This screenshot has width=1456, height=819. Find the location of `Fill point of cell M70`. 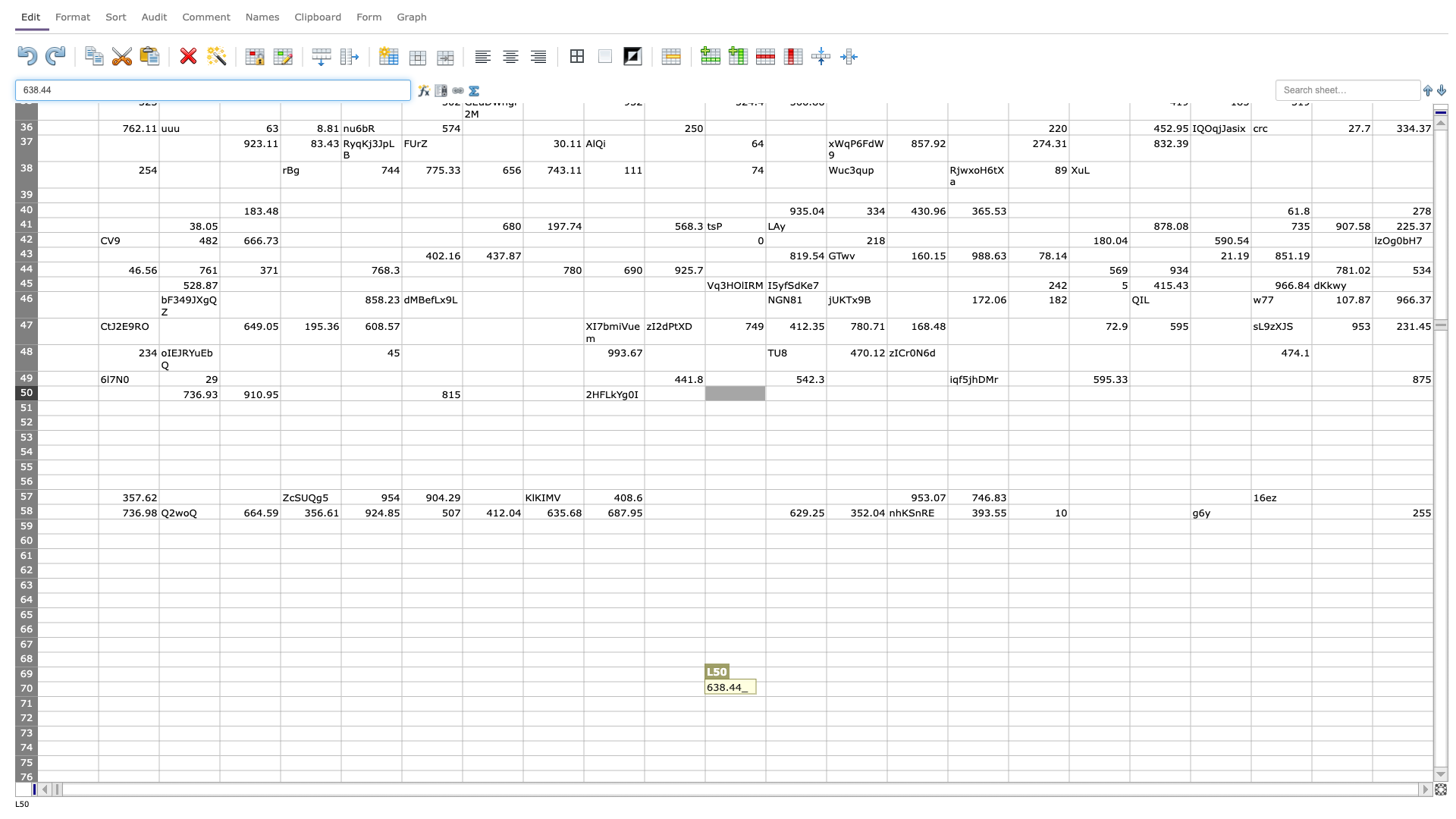

Fill point of cell M70 is located at coordinates (825, 696).